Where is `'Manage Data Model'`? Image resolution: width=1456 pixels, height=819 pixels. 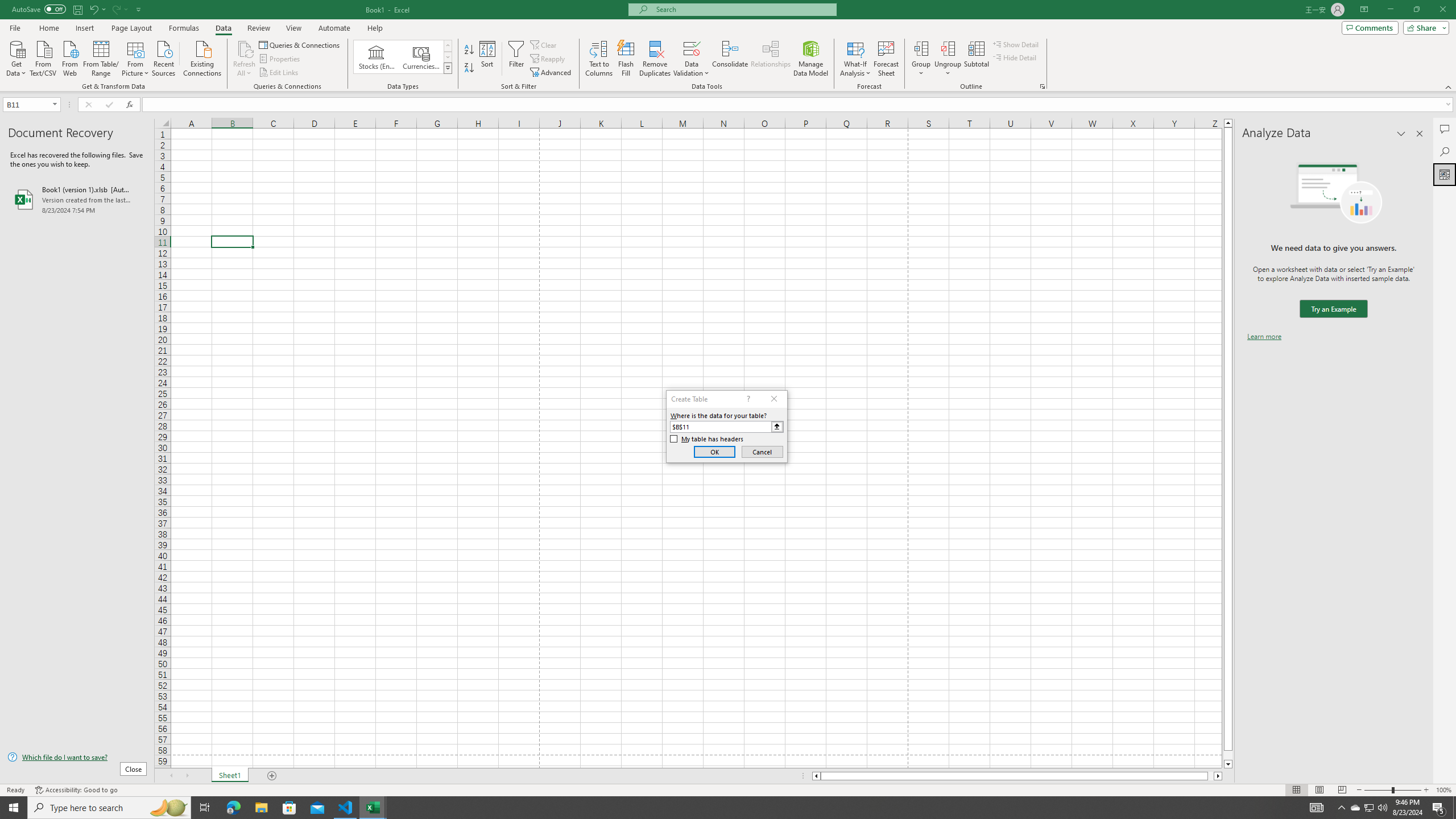 'Manage Data Model' is located at coordinates (810, 59).